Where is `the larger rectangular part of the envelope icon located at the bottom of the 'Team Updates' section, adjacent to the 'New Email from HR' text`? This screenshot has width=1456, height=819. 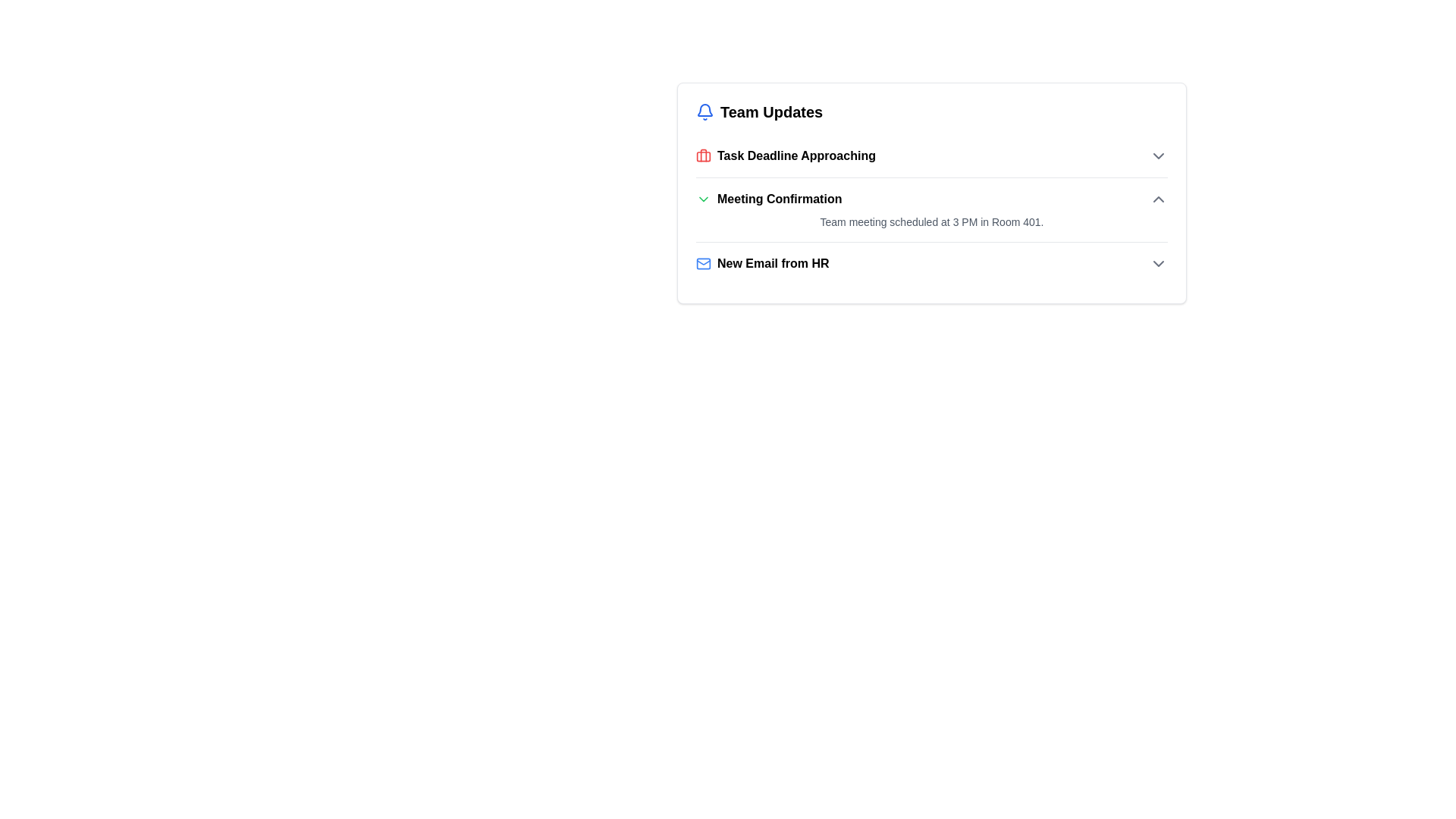 the larger rectangular part of the envelope icon located at the bottom of the 'Team Updates' section, adjacent to the 'New Email from HR' text is located at coordinates (702, 262).